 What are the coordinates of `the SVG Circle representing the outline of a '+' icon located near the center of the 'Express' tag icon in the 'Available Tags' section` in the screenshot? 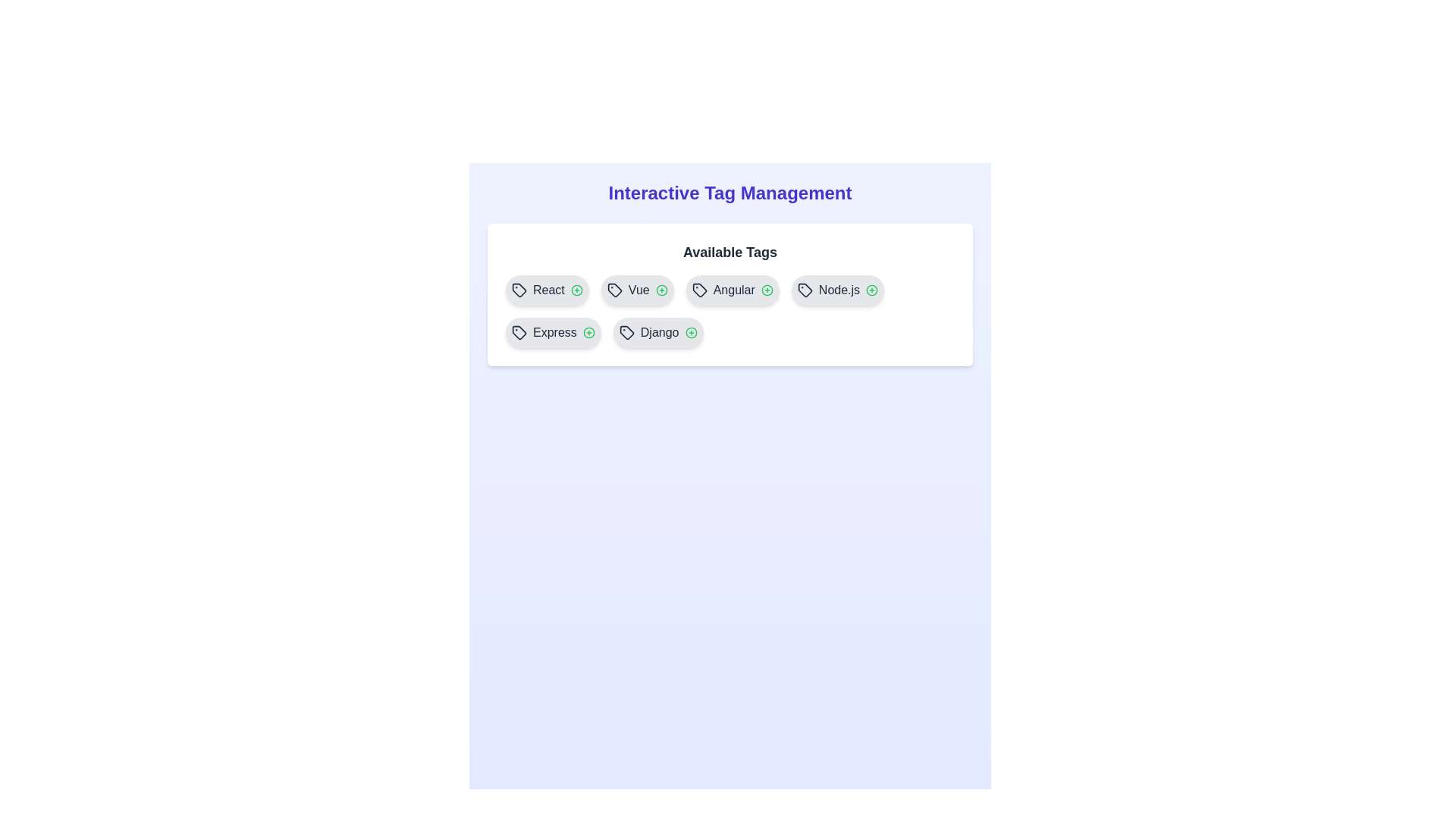 It's located at (588, 332).